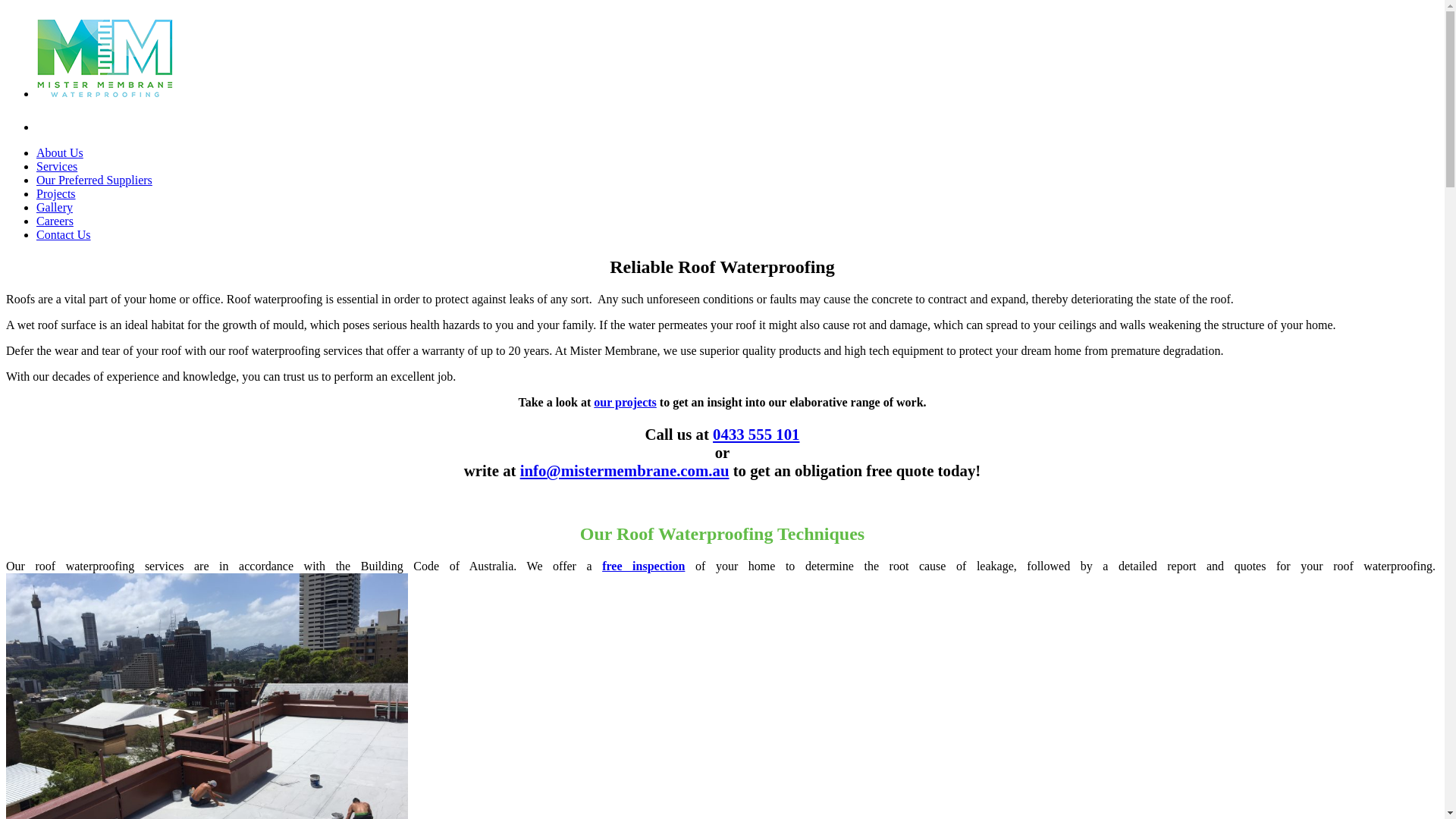 This screenshot has height=819, width=1456. I want to click on 'Projects', so click(55, 193).